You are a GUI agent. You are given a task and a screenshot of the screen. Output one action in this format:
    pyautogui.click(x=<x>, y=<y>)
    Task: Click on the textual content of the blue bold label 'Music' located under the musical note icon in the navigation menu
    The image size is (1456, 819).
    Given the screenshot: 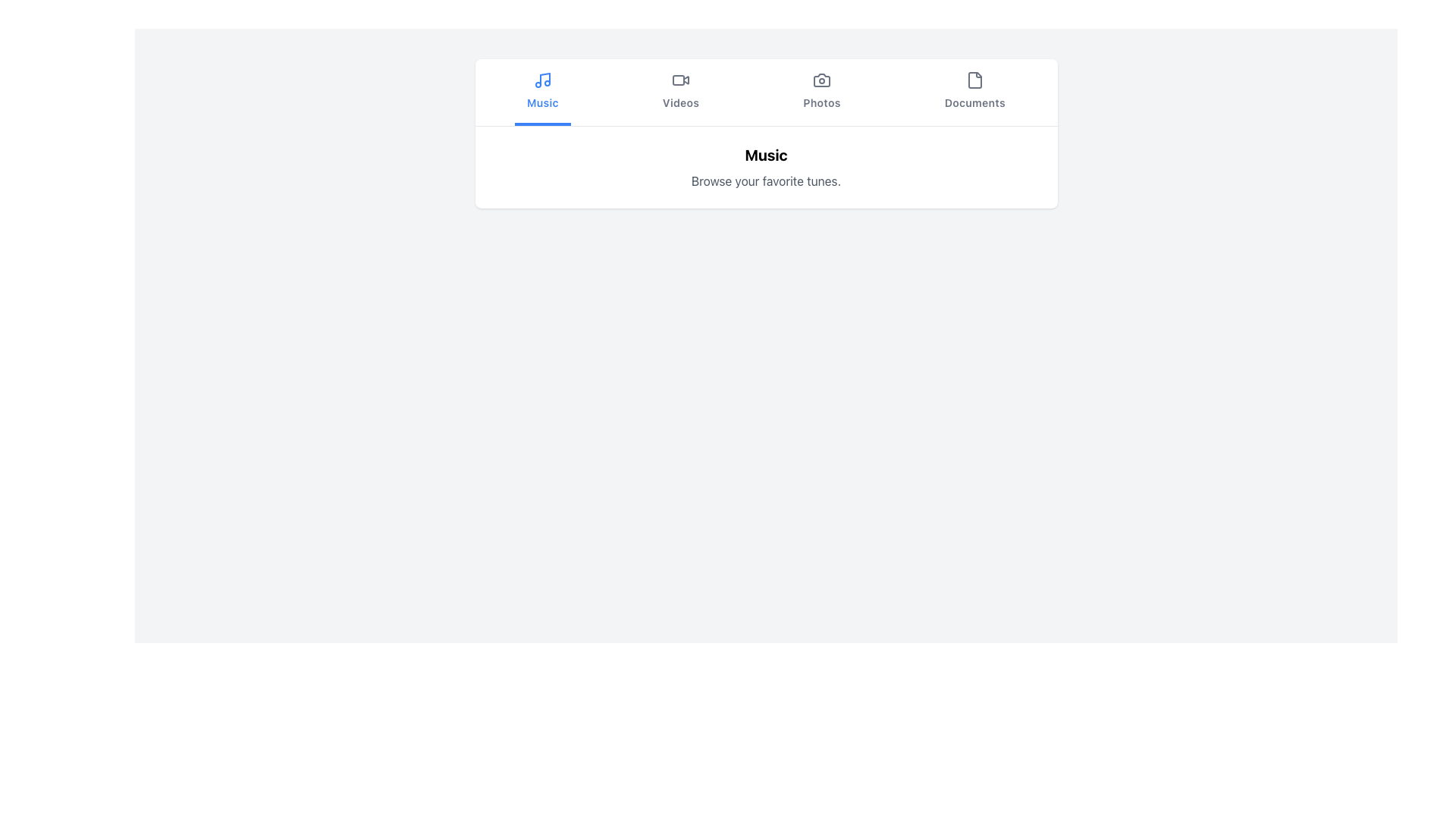 What is the action you would take?
    pyautogui.click(x=542, y=102)
    